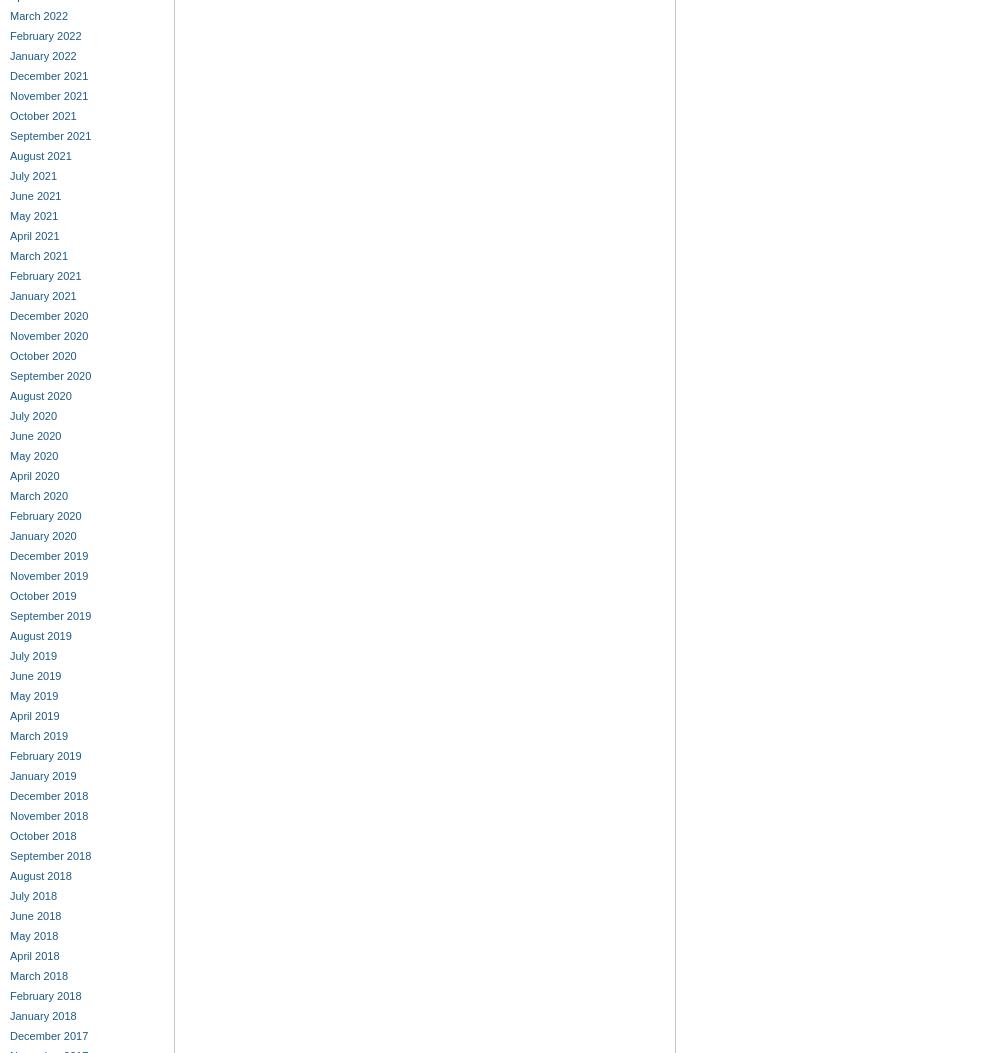 This screenshot has width=990, height=1053. I want to click on 'May 2021', so click(32, 215).